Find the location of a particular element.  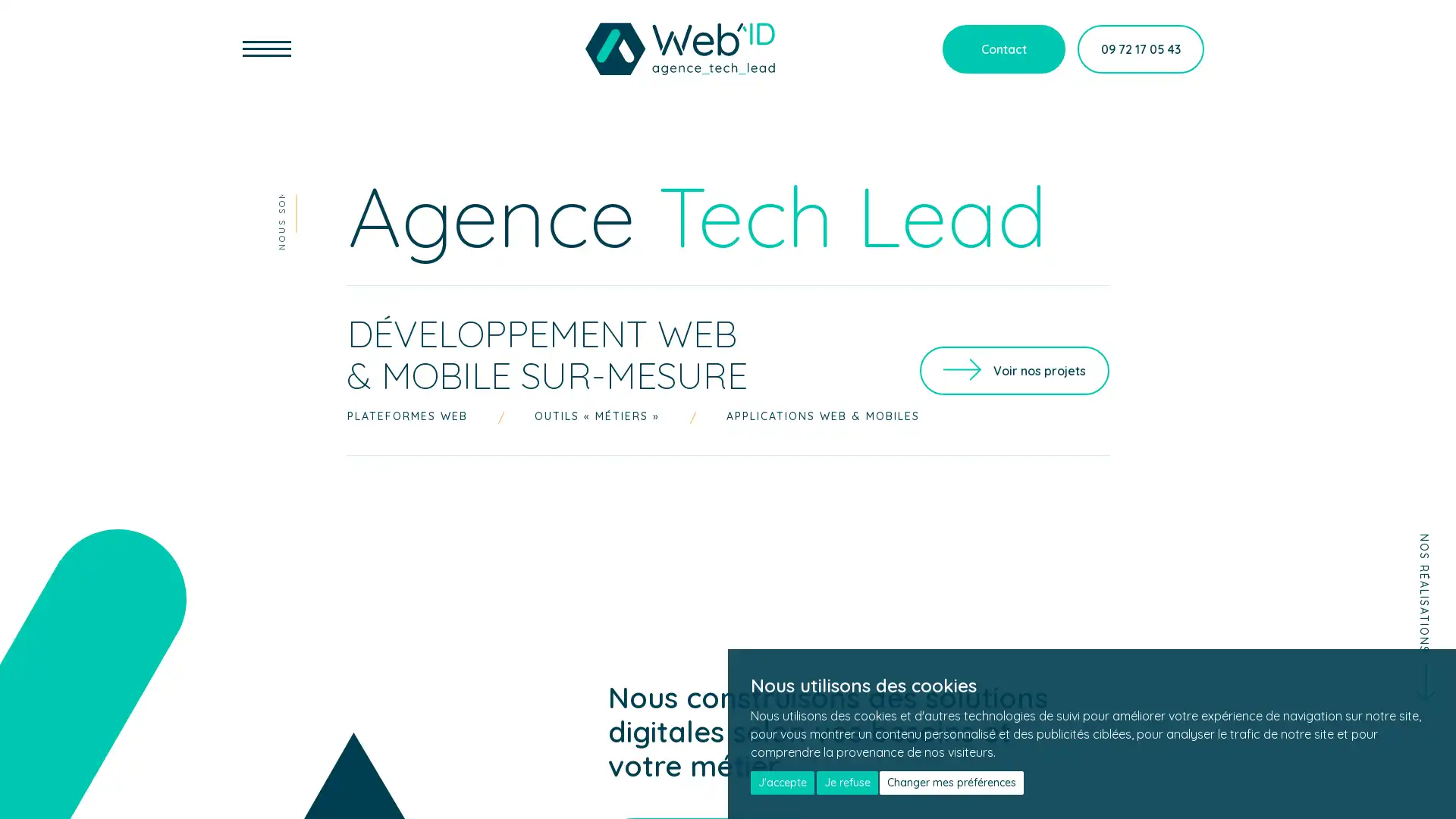

J'accepte is located at coordinates (783, 782).